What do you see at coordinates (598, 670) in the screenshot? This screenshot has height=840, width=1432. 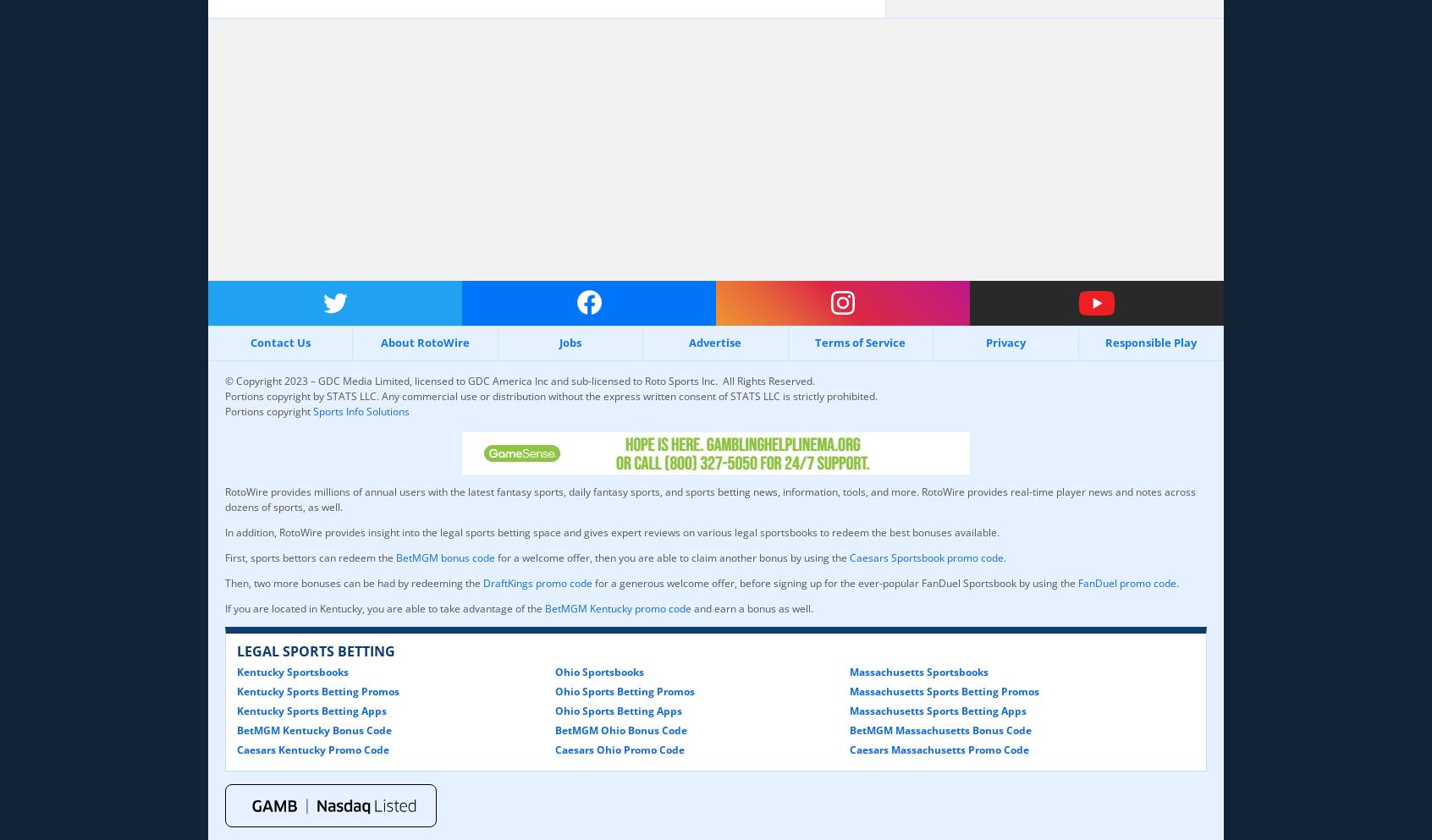 I see `'Ohio Sportsbooks'` at bounding box center [598, 670].